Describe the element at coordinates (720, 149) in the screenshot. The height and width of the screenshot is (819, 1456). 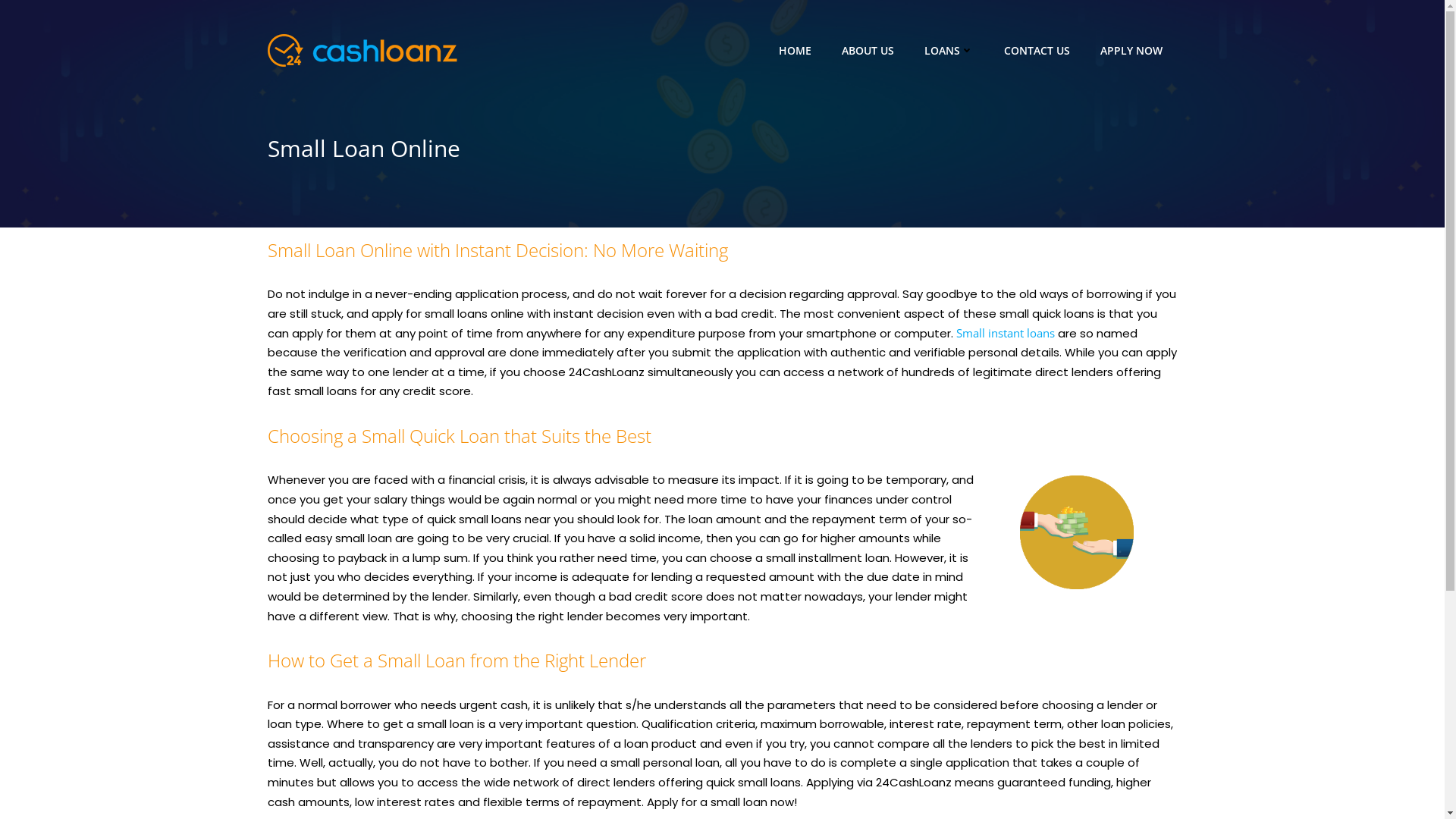
I see `'Small Loan Online'` at that location.